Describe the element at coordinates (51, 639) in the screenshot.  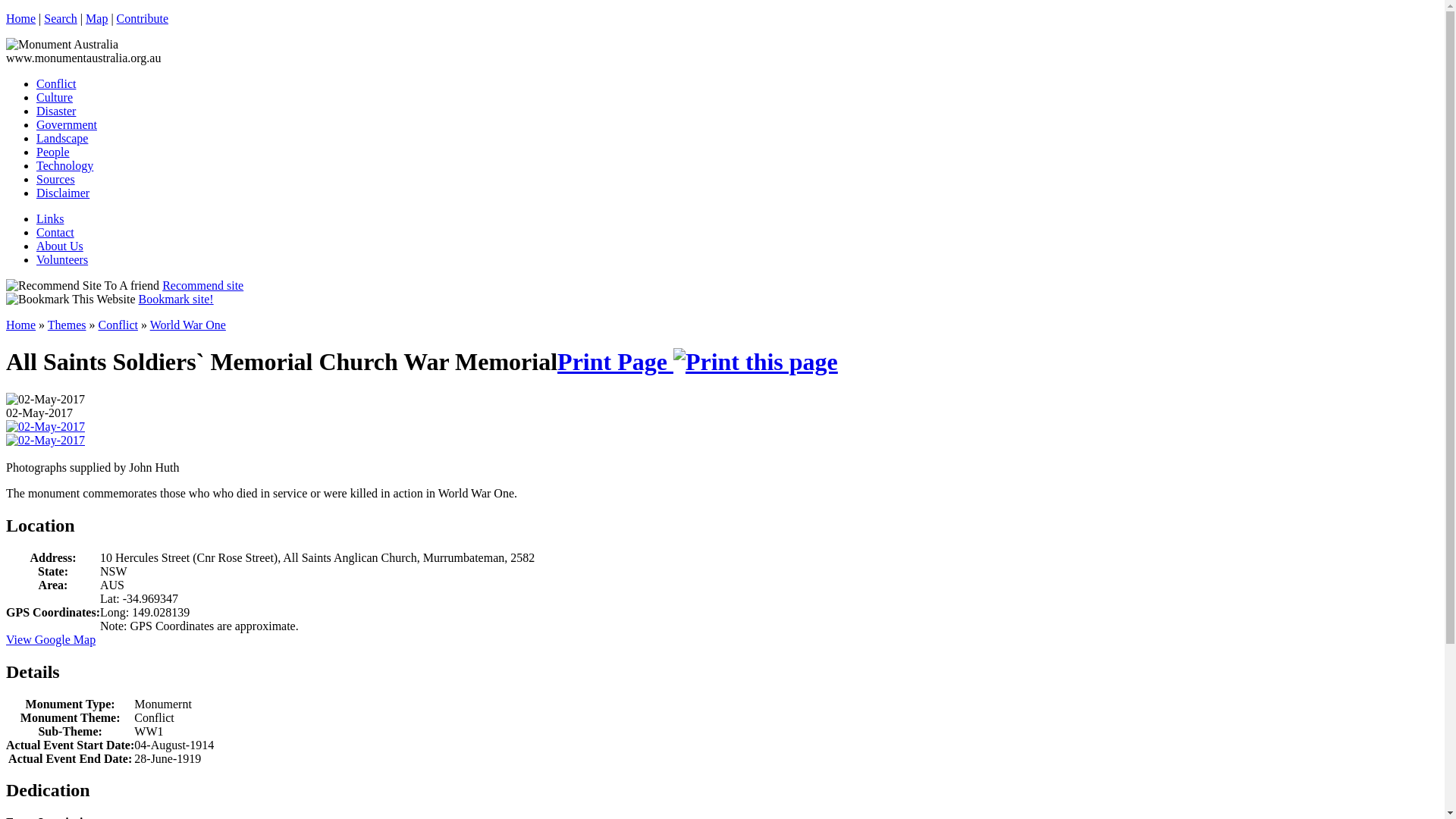
I see `'View Google Map'` at that location.